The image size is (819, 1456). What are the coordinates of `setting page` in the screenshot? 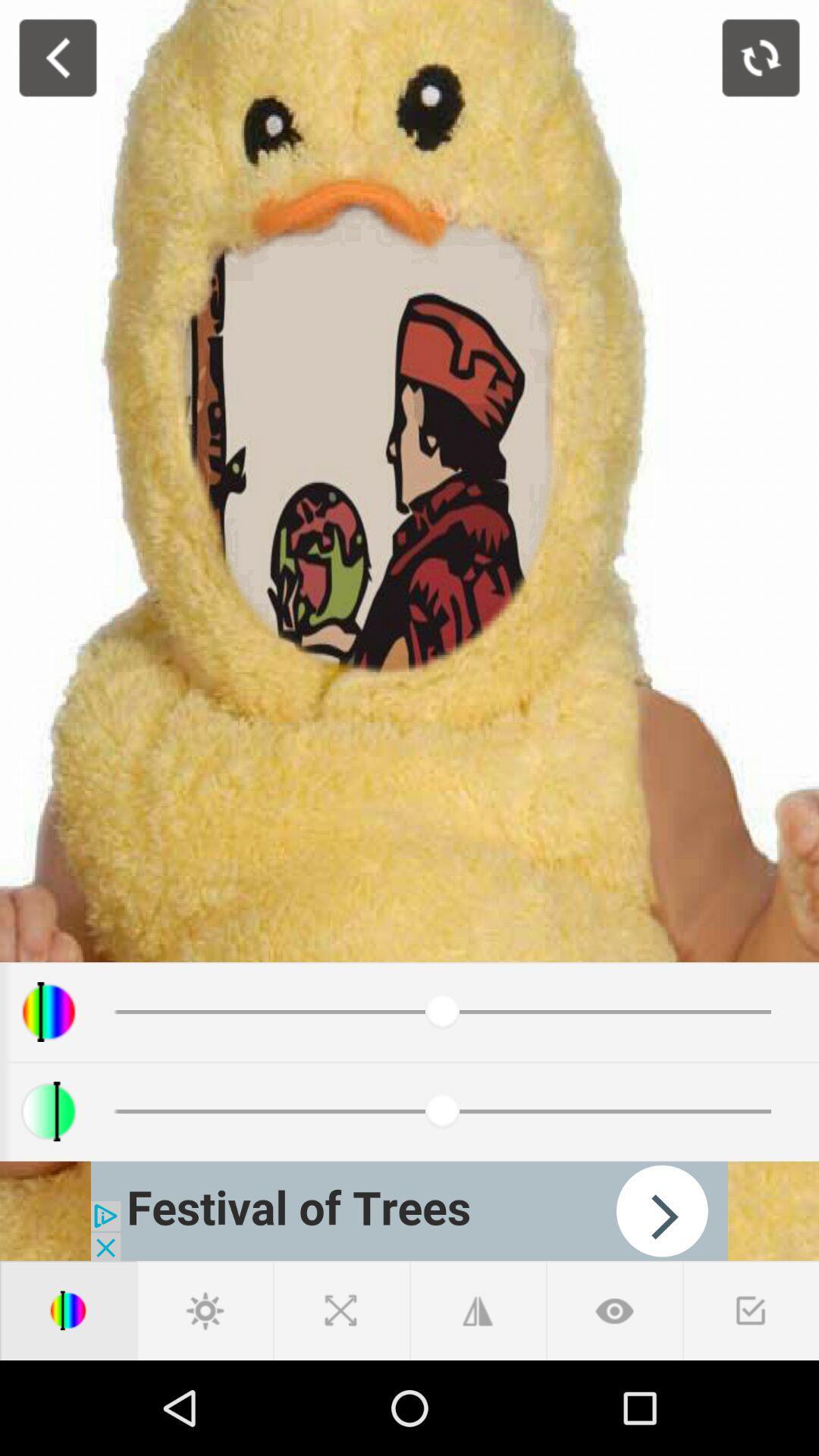 It's located at (205, 1310).